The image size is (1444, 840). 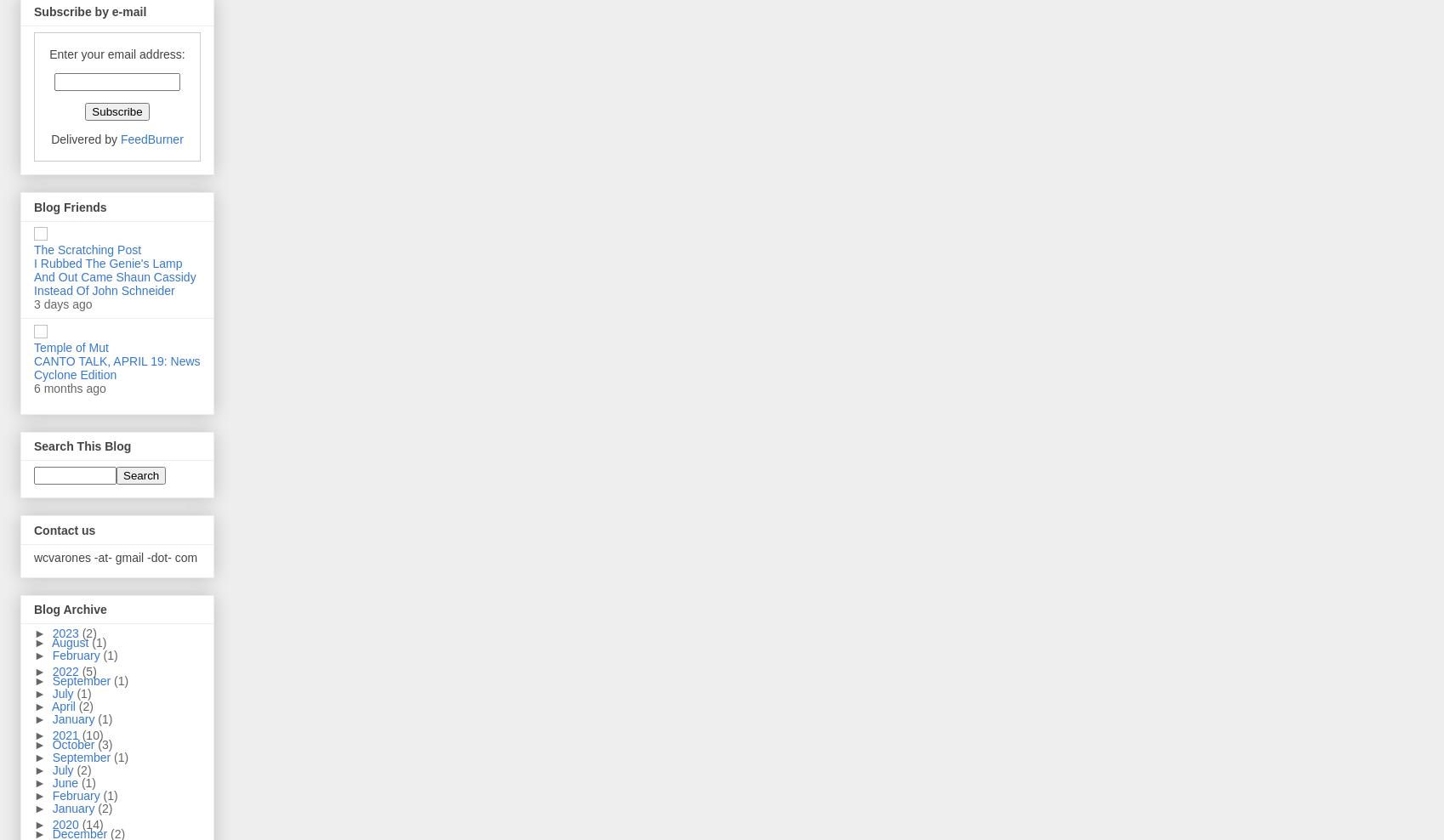 I want to click on 'Delivered by', so click(x=84, y=139).